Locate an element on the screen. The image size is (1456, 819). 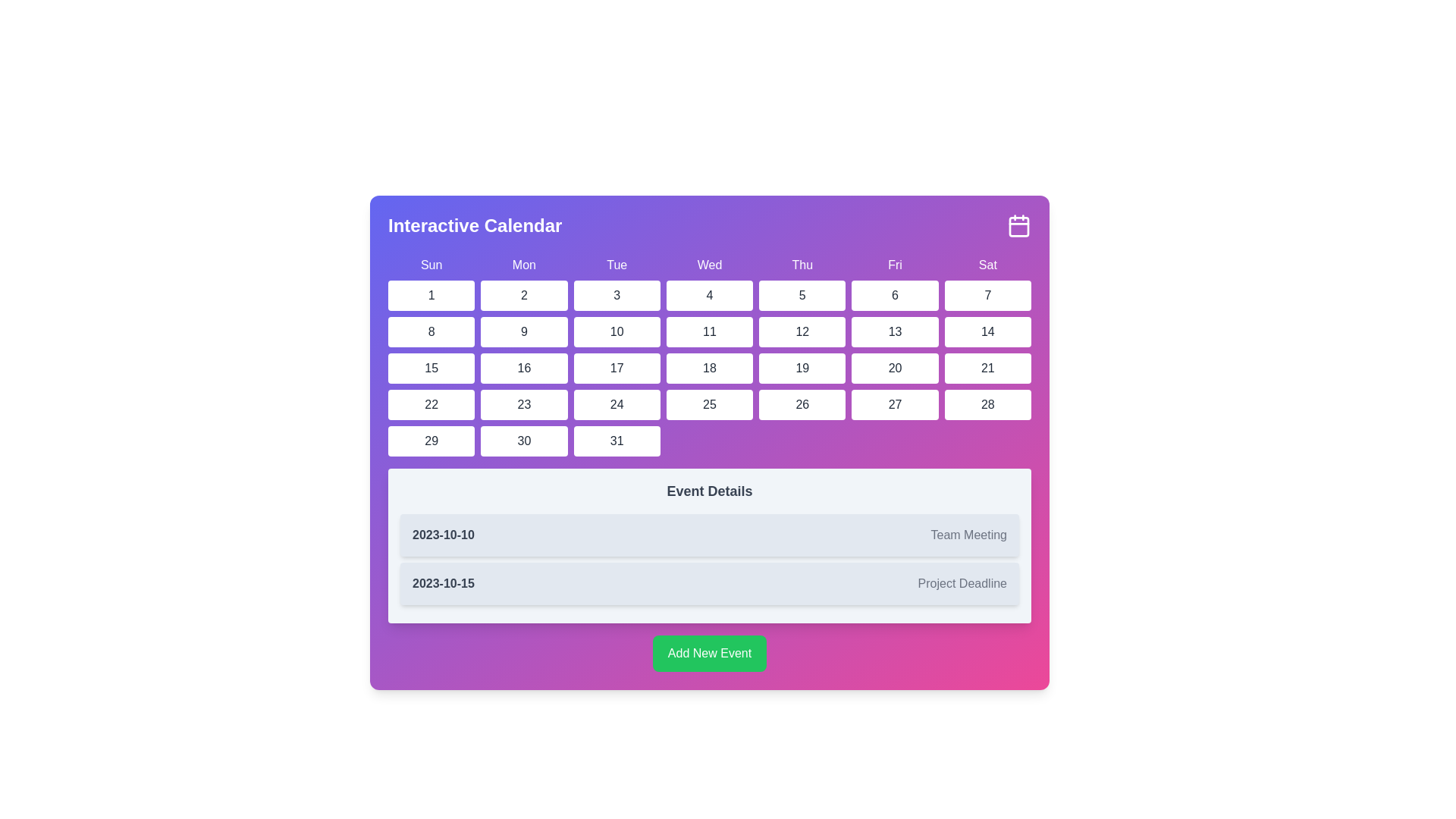
the selectable calendar day button for 'Wednesday' to change its background color is located at coordinates (709, 369).